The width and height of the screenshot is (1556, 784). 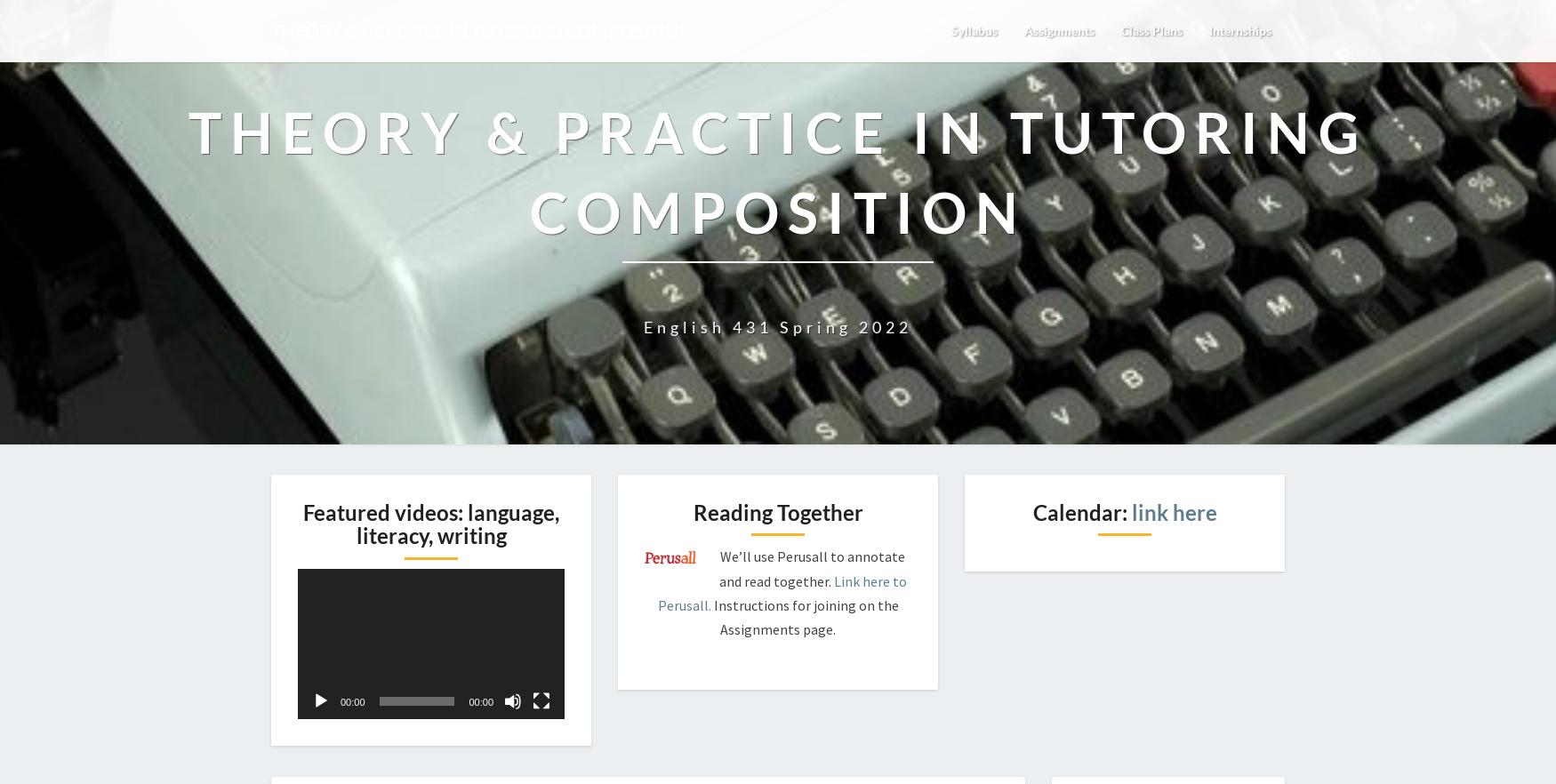 What do you see at coordinates (430, 524) in the screenshot?
I see `'Featured videos: language, literacy, writing'` at bounding box center [430, 524].